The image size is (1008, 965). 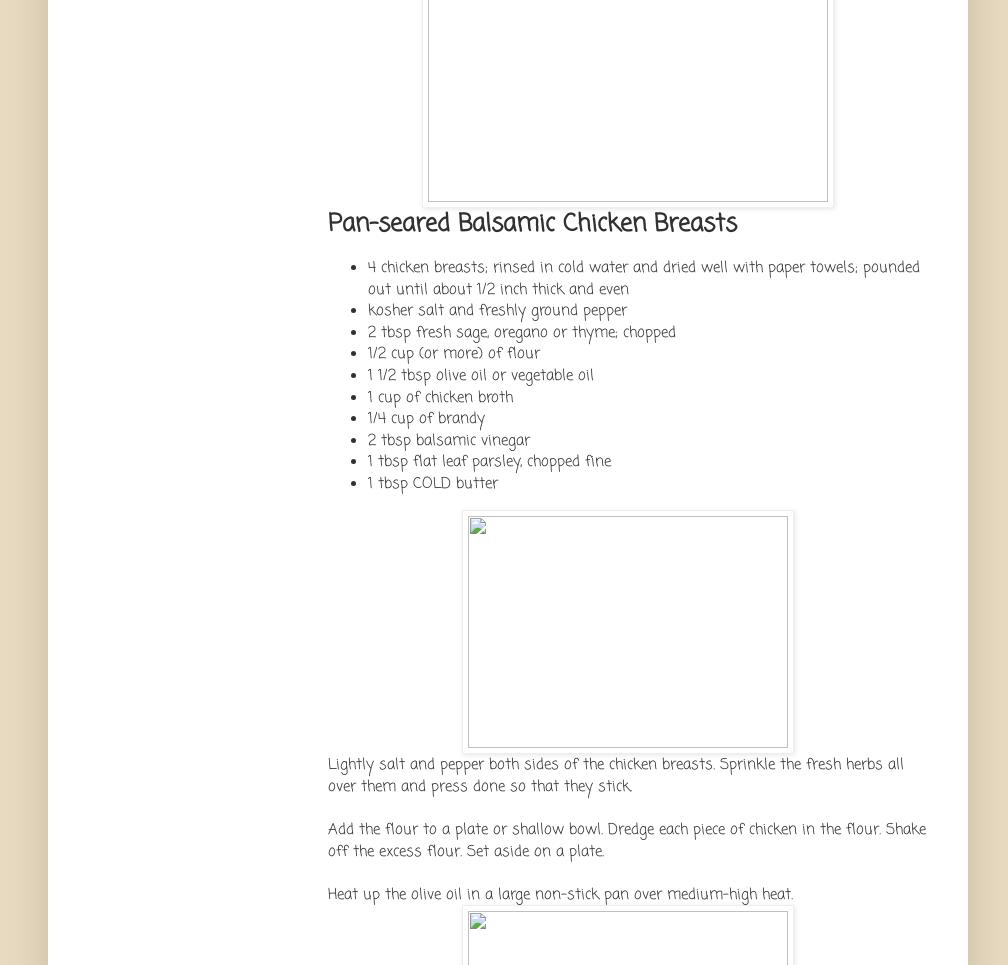 I want to click on 'Add the flour to a plate or shallow bowl. Dredge each piece of chicken in the flour. Shake off the excess flour. Set aside on a plate.', so click(x=626, y=839).